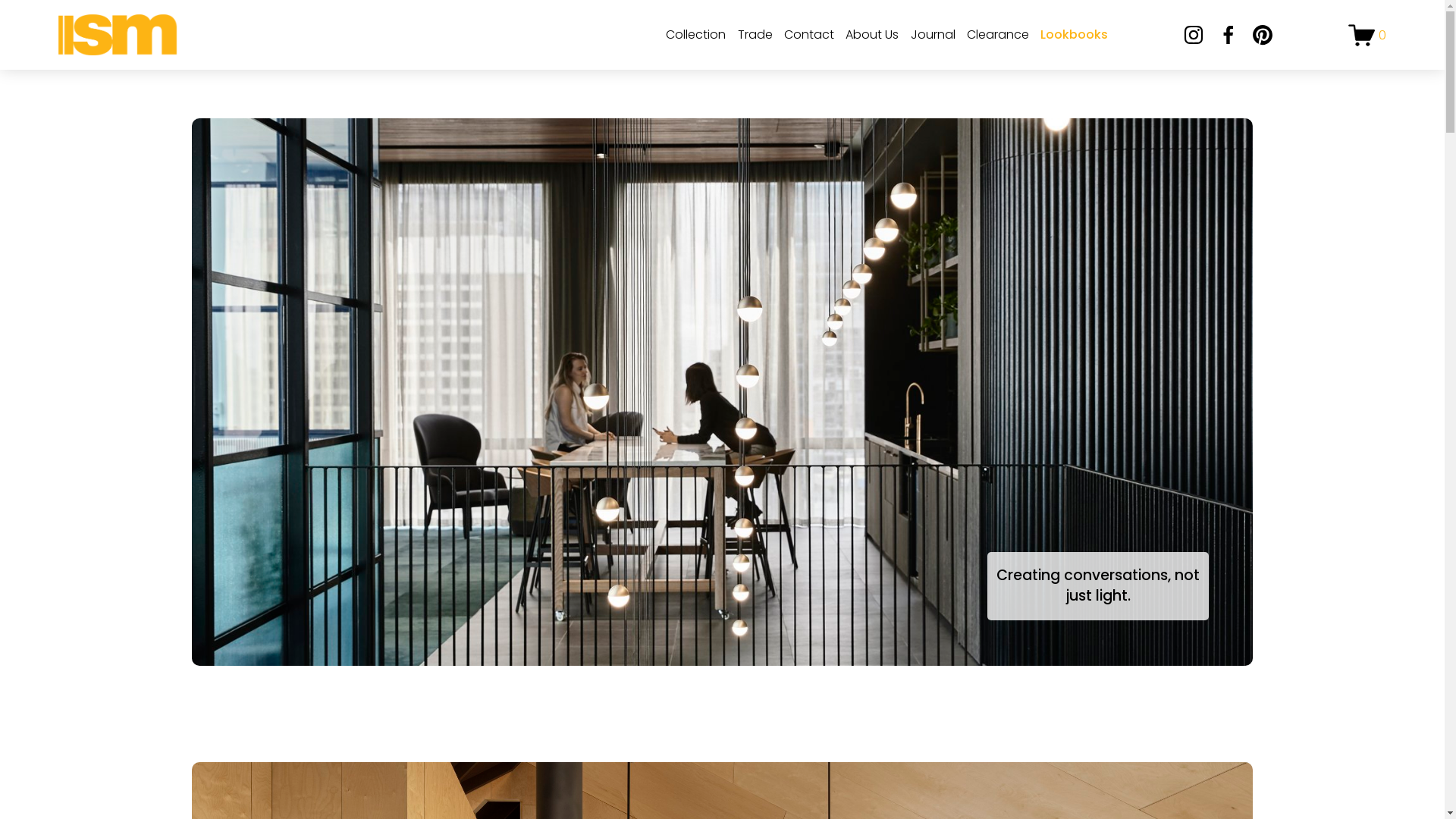 The height and width of the screenshot is (819, 1456). I want to click on 'Trade', so click(755, 34).